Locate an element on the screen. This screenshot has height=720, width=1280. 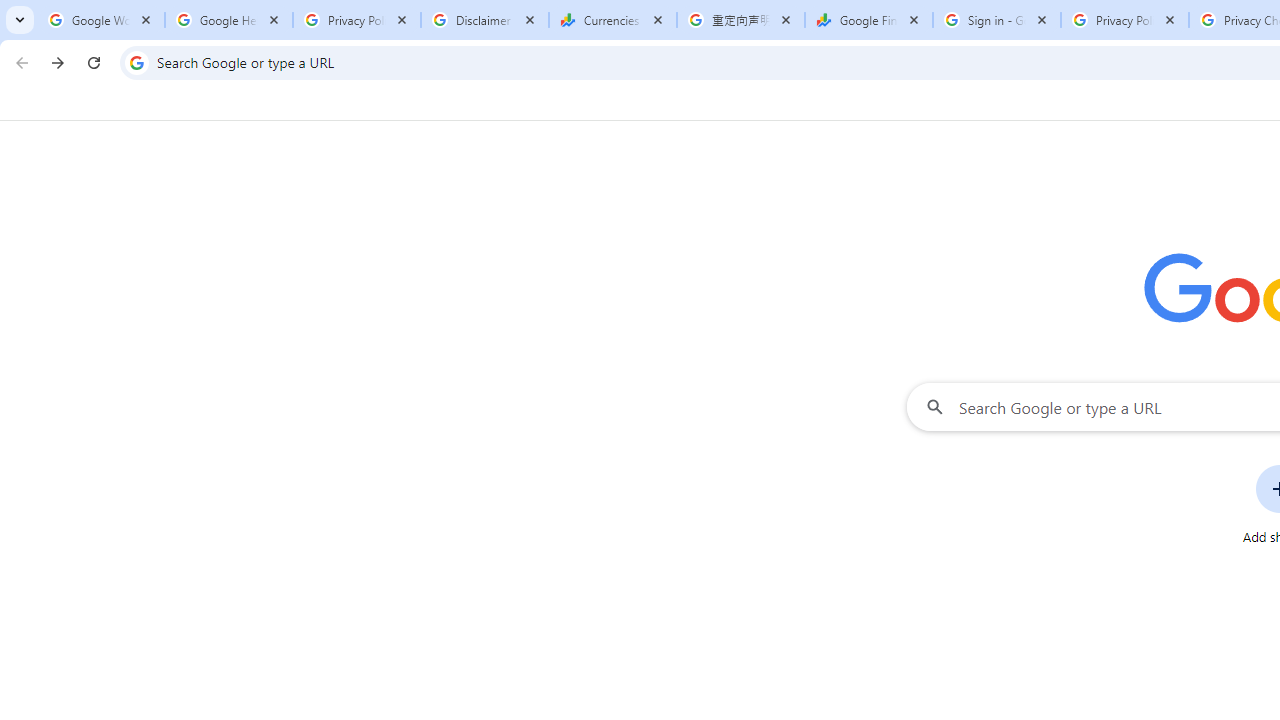
'Sign in - Google Accounts' is located at coordinates (997, 20).